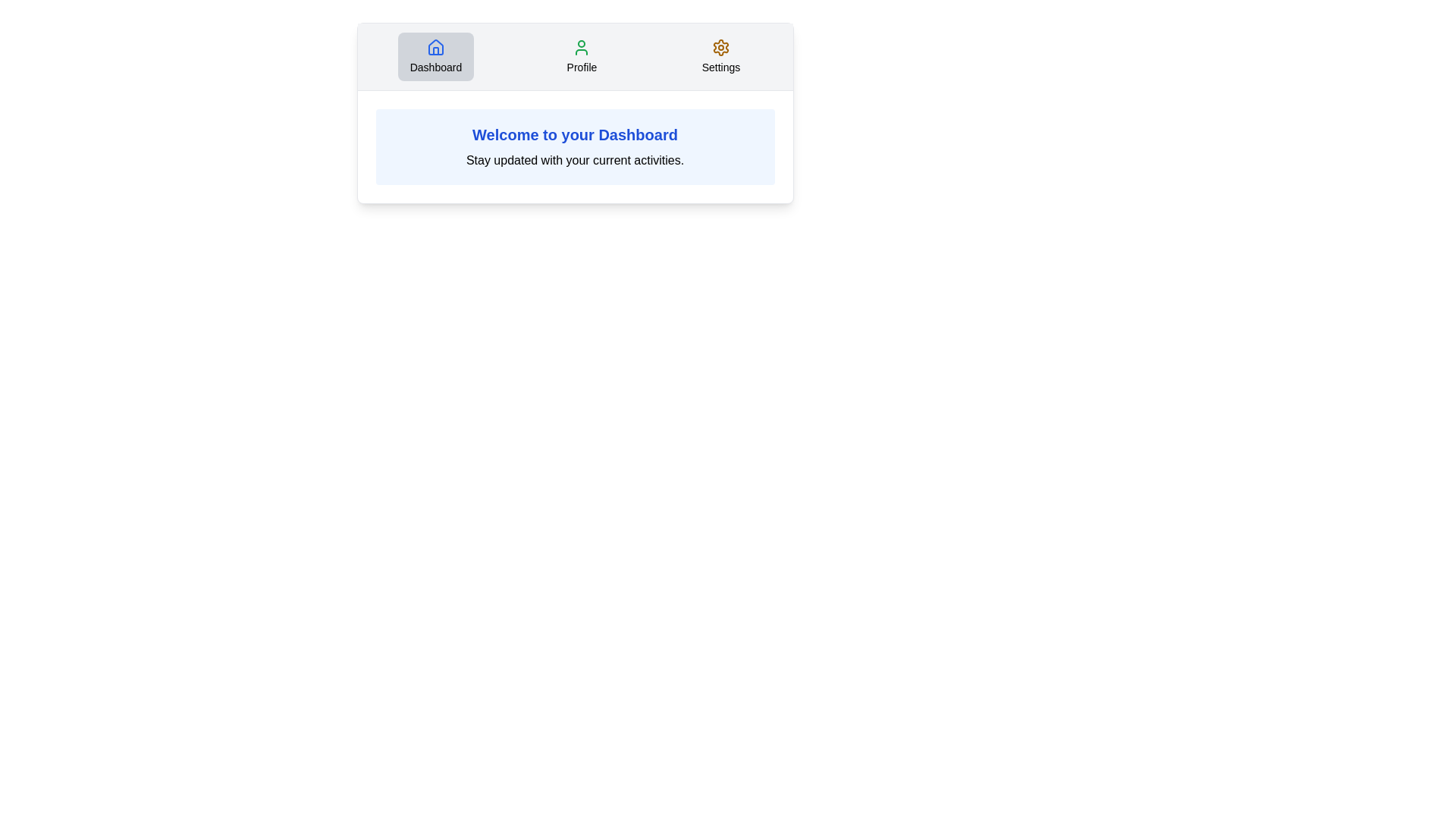 This screenshot has width=1456, height=819. What do you see at coordinates (435, 55) in the screenshot?
I see `the tab labeled Dashboard` at bounding box center [435, 55].